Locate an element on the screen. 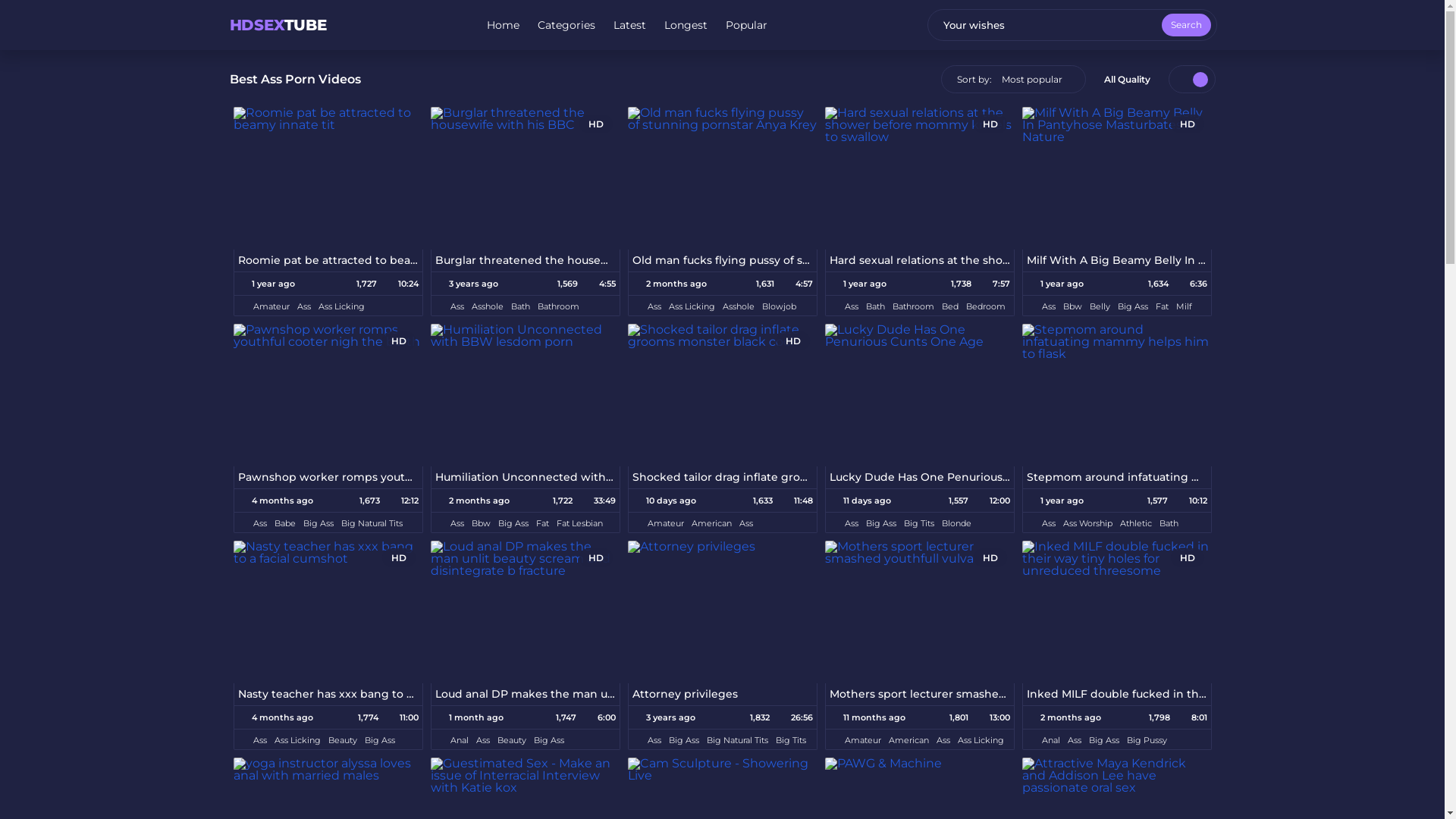 The width and height of the screenshot is (1456, 819). 'Bathroom' is located at coordinates (912, 306).